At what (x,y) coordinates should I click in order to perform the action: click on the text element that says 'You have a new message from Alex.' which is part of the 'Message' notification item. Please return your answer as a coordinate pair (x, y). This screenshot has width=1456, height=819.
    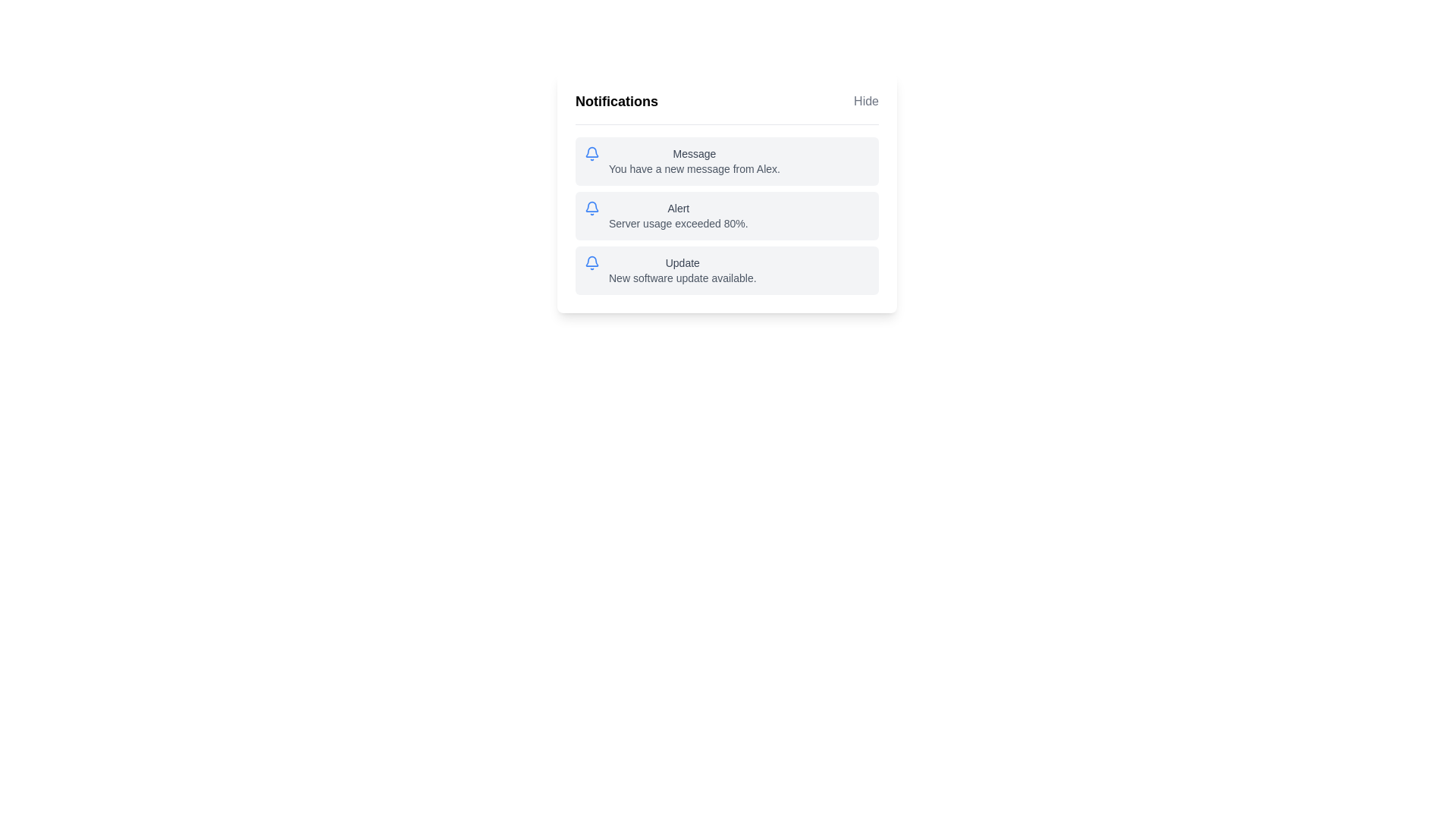
    Looking at the image, I should click on (694, 169).